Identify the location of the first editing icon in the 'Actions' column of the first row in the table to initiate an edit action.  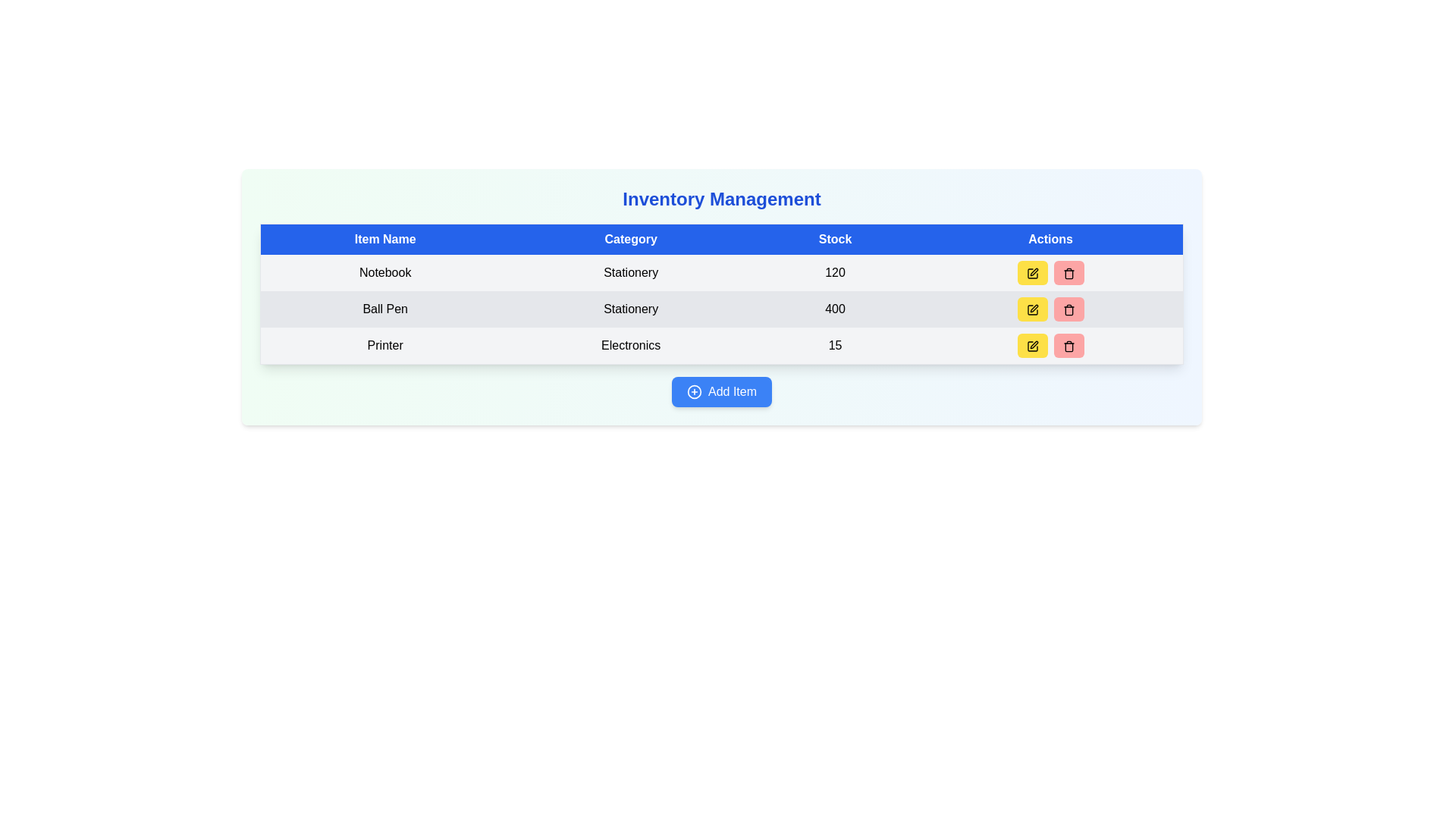
(1031, 273).